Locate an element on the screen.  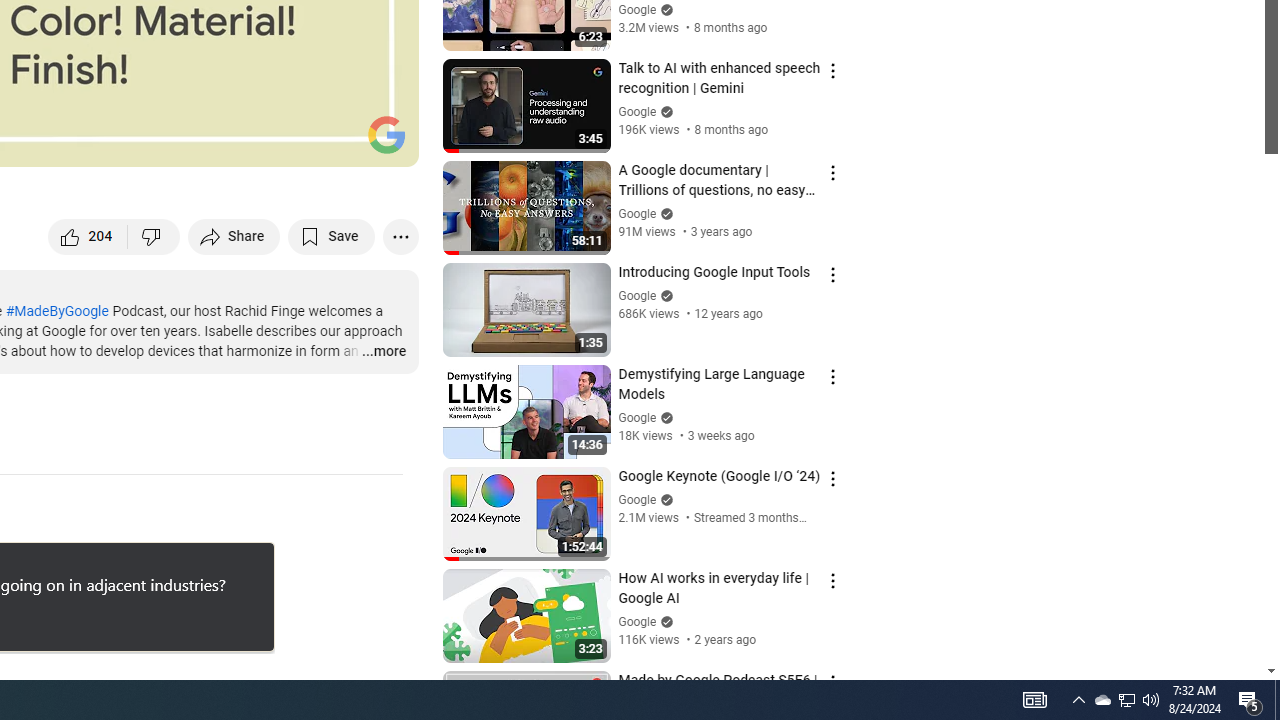
'Save to playlist' is located at coordinates (331, 235).